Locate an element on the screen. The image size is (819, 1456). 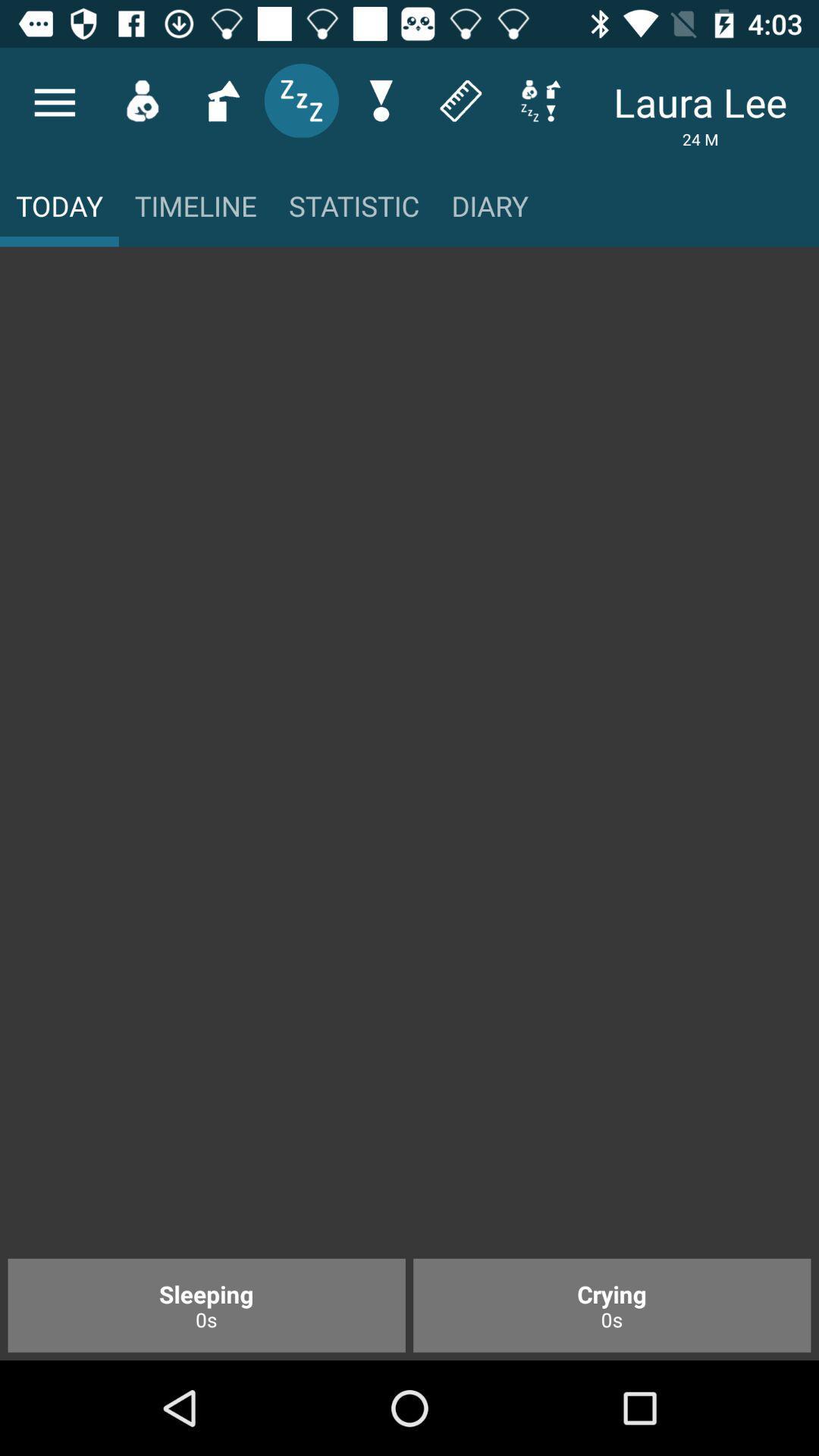
item to the right of sleeping is located at coordinates (611, 1304).